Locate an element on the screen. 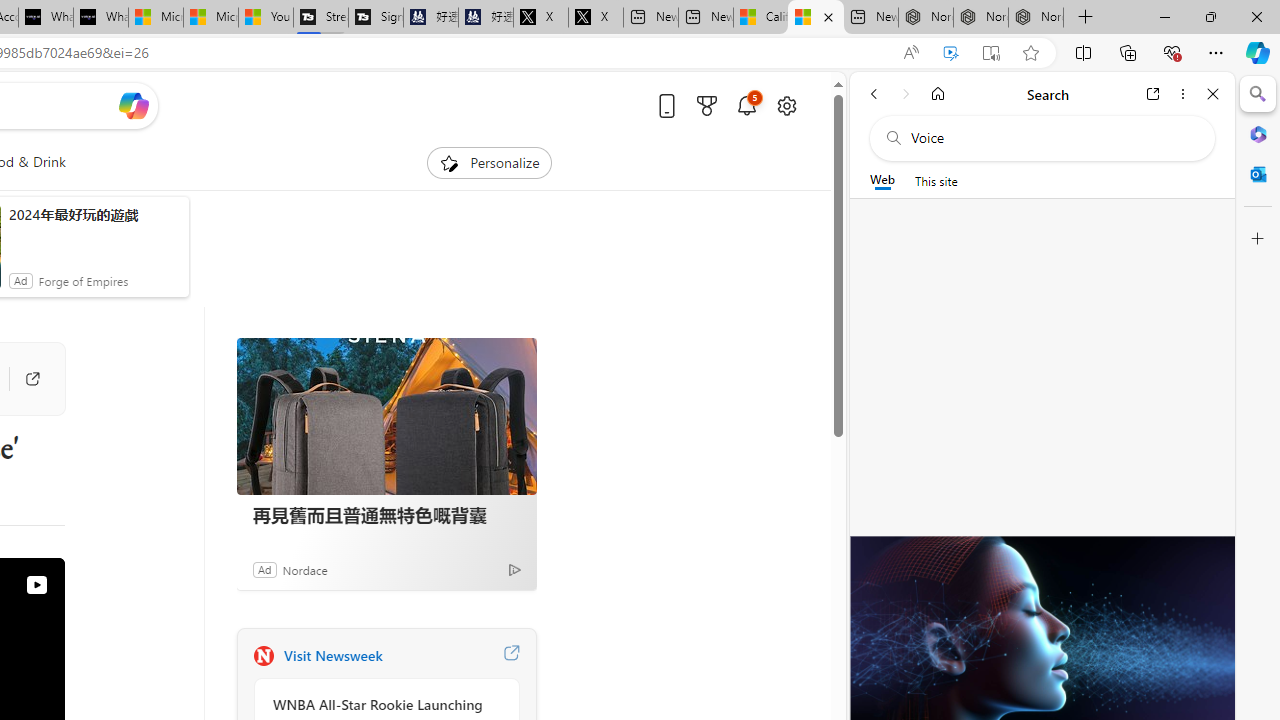 The height and width of the screenshot is (720, 1280). 'Go to publisher' is located at coordinates (32, 379).